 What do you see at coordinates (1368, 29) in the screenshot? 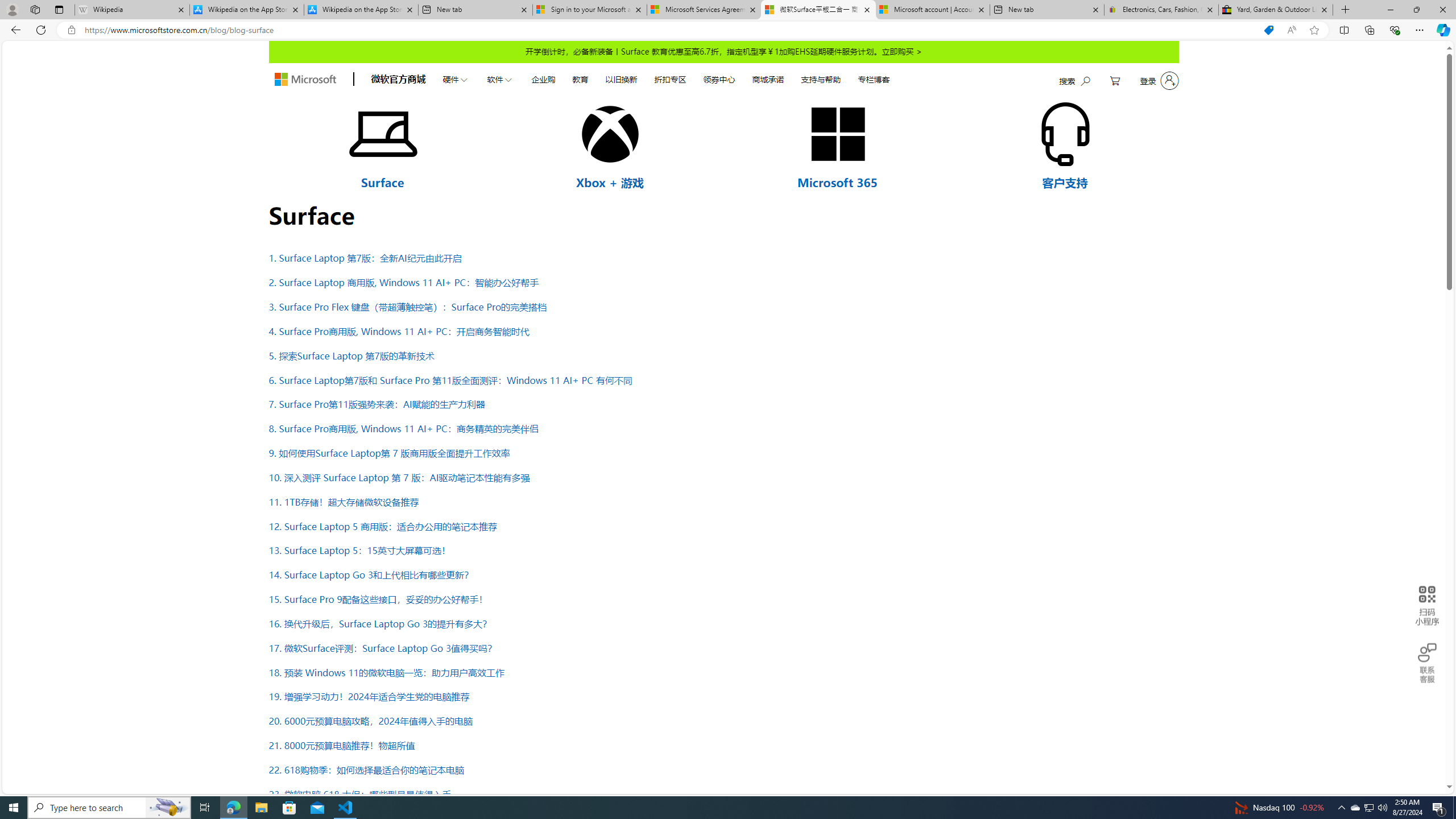
I see `'Collections'` at bounding box center [1368, 29].